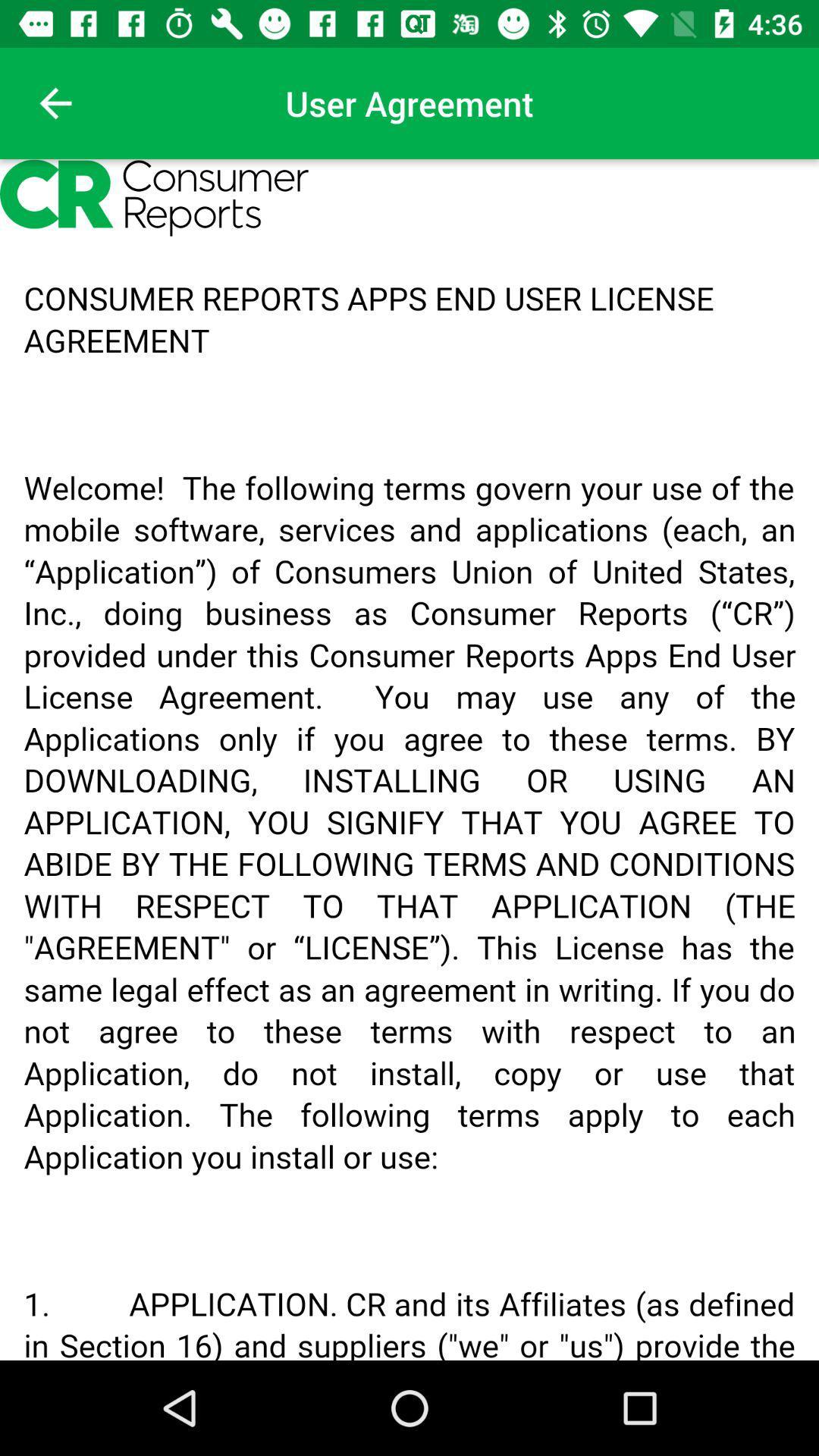  What do you see at coordinates (55, 102) in the screenshot?
I see `front page` at bounding box center [55, 102].